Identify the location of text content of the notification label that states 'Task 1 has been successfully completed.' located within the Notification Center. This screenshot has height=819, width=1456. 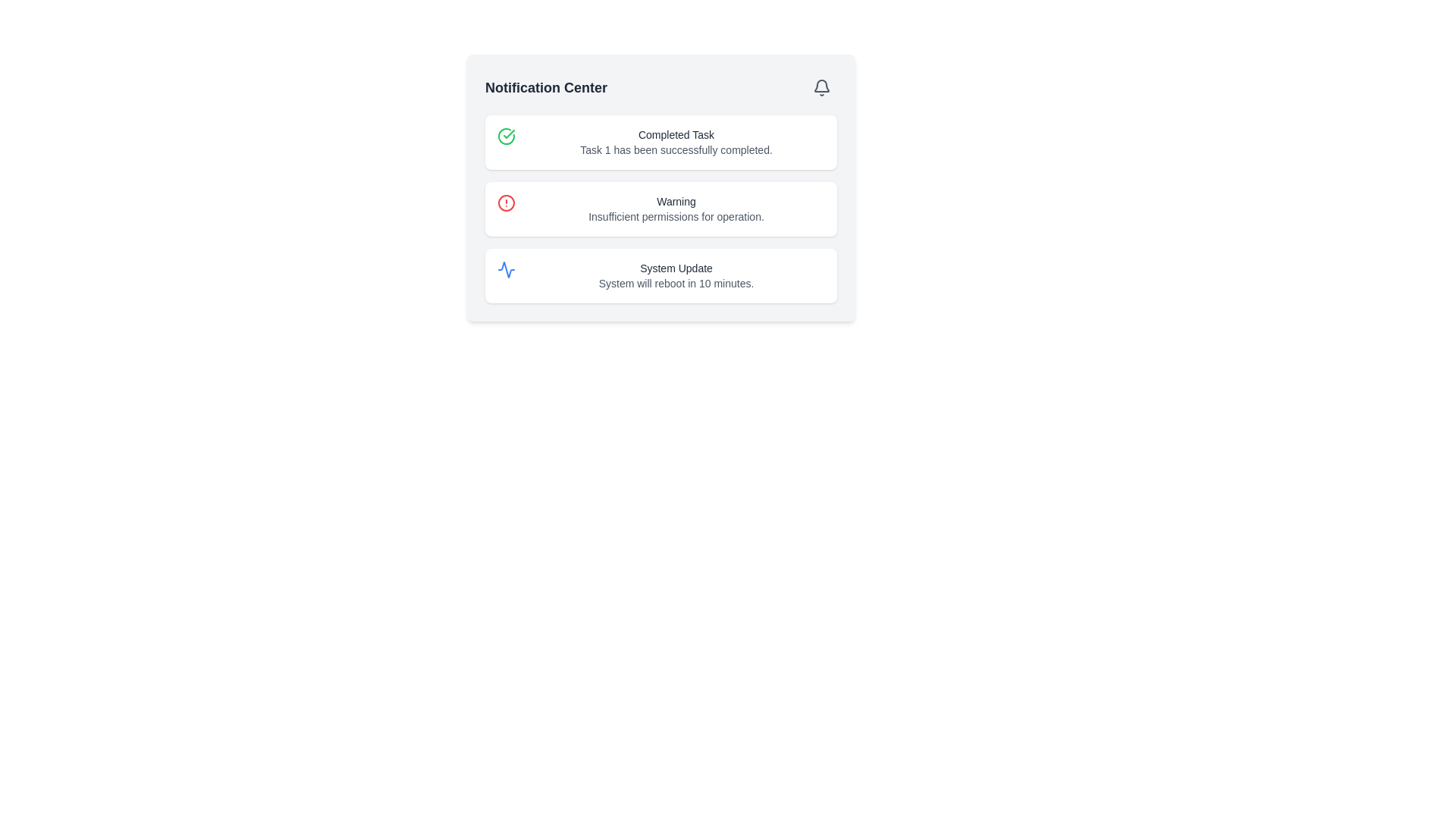
(676, 149).